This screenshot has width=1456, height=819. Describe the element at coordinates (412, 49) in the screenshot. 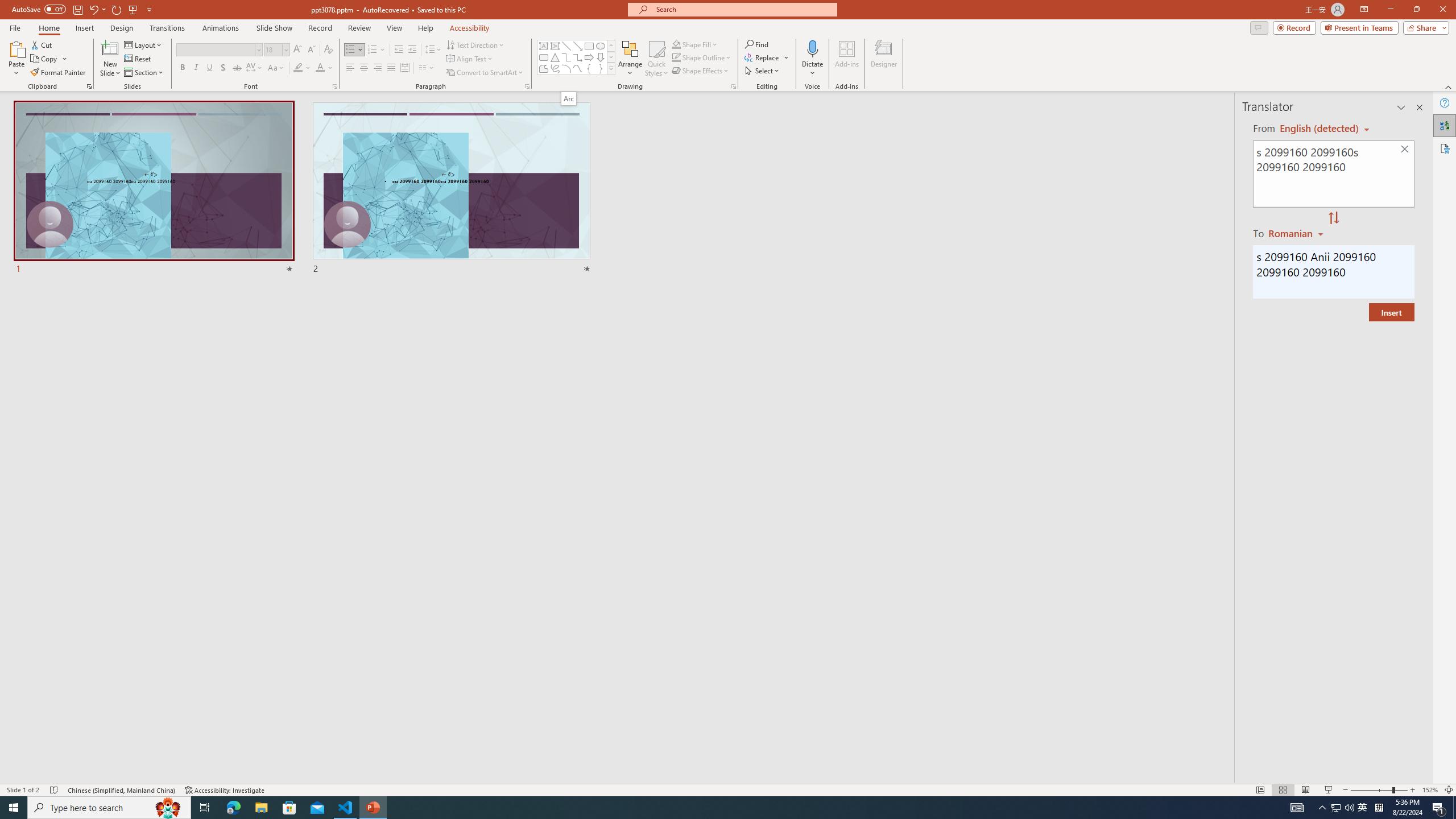

I see `'Increase Indent'` at that location.